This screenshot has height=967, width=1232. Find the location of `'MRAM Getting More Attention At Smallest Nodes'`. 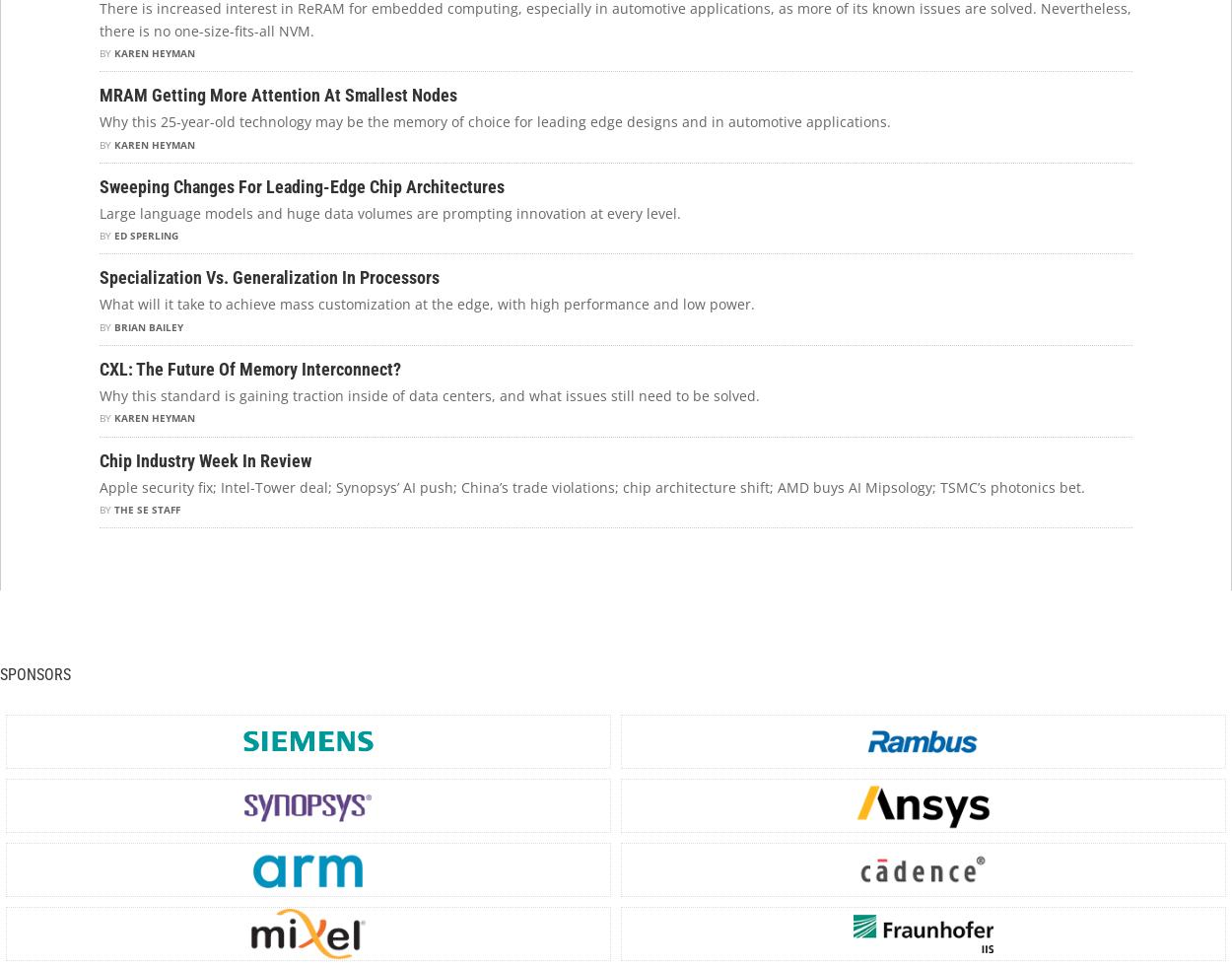

'MRAM Getting More Attention At Smallest Nodes' is located at coordinates (278, 94).